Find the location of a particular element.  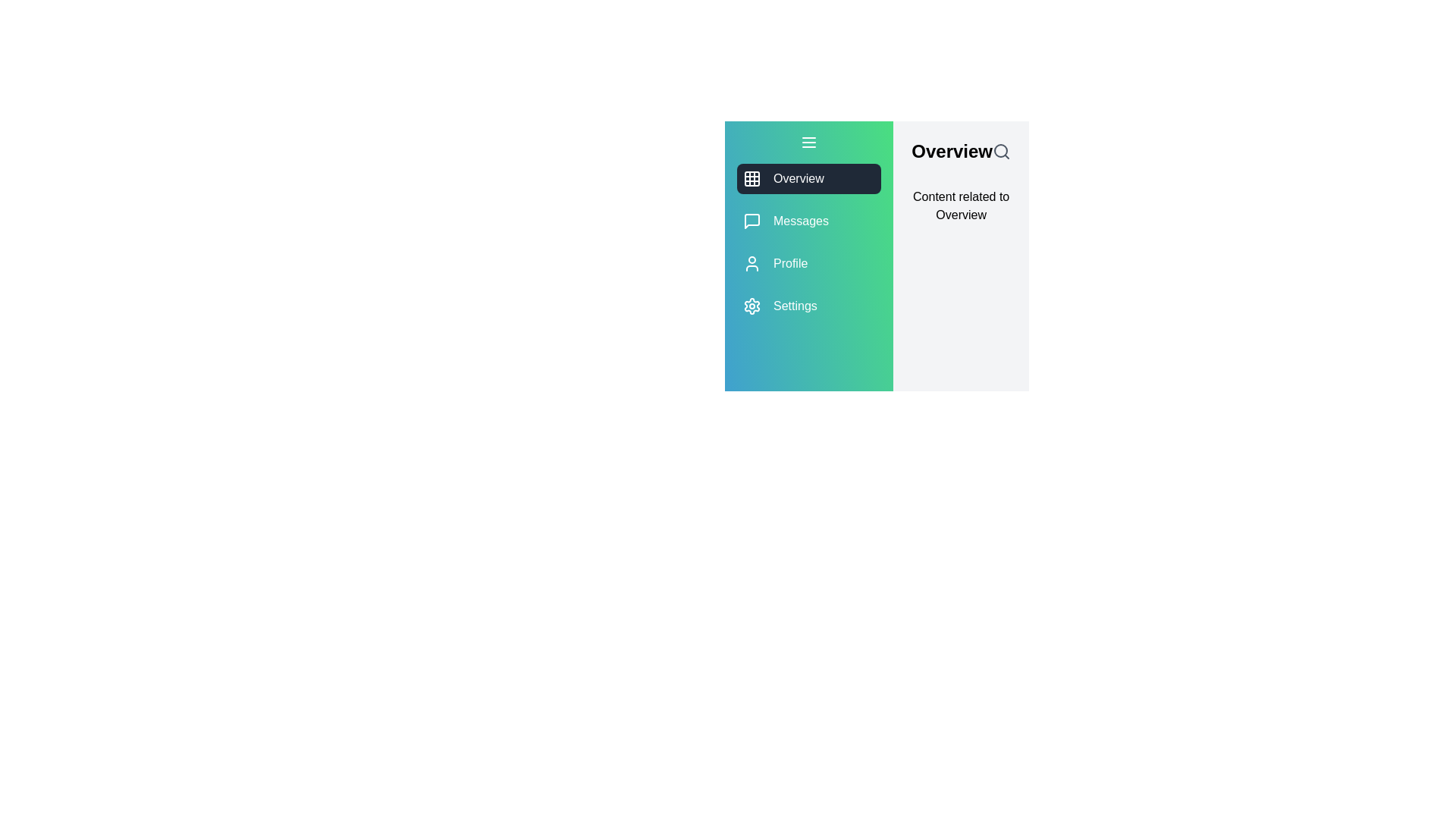

the module Overview from the side menu is located at coordinates (808, 177).